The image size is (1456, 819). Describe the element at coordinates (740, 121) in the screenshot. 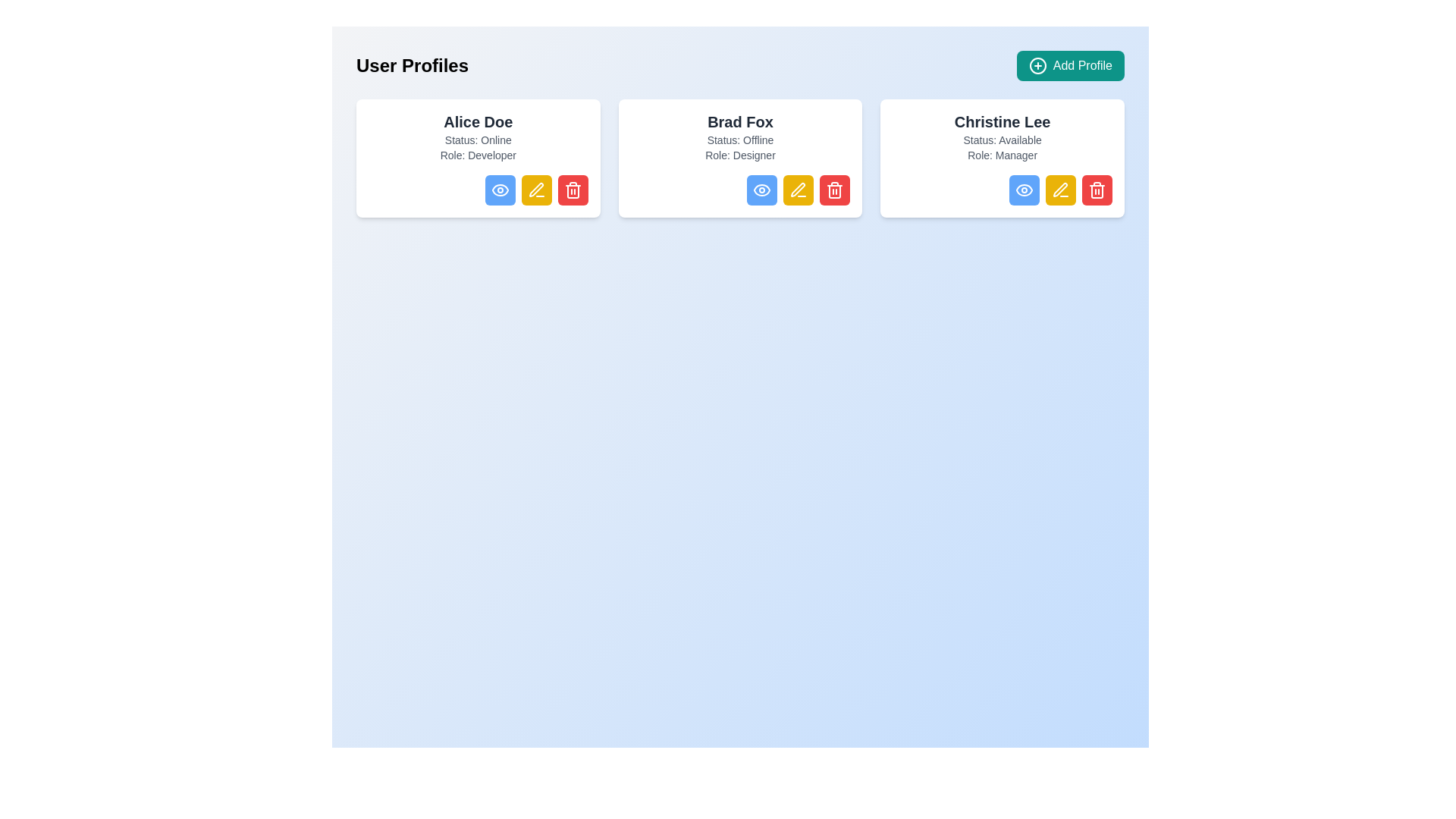

I see `the text label that represents the user's name in the central profile card, which serves as the primary identifier for the profile` at that location.